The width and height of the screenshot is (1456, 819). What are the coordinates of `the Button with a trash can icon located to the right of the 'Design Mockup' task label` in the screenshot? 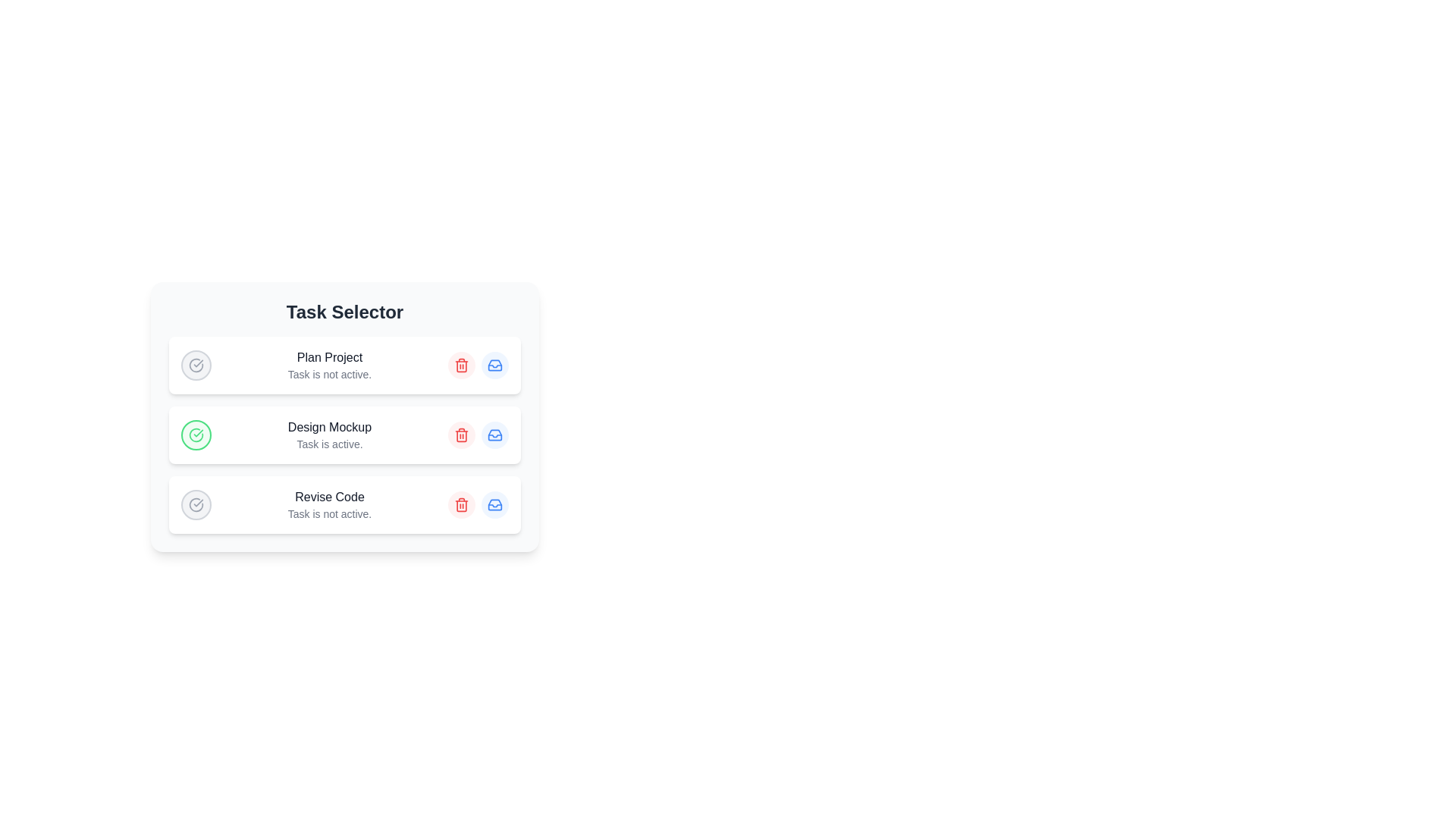 It's located at (461, 435).